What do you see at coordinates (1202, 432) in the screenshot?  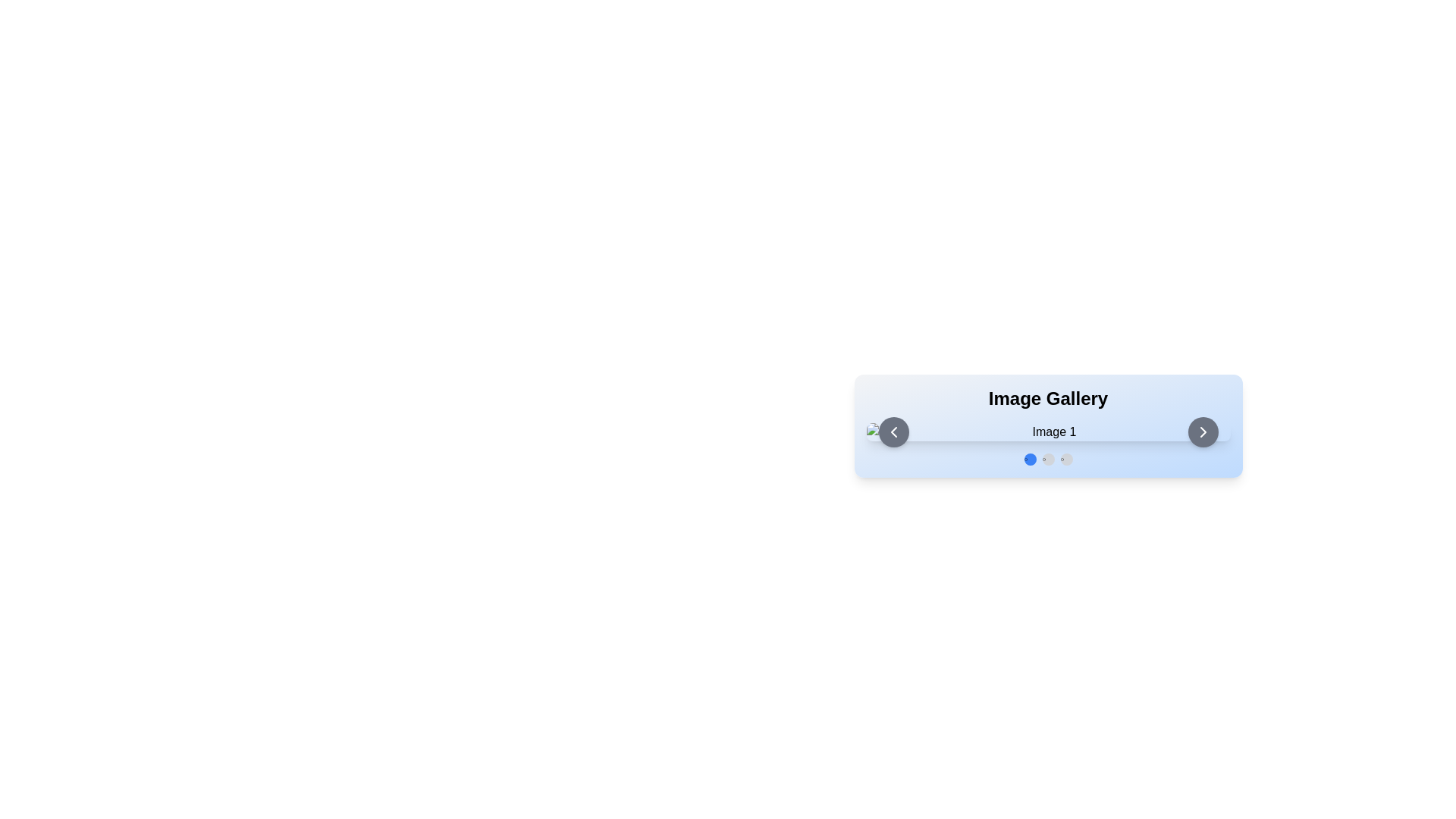 I see `the circular button with a dark gray background and a white rightward arrow icon` at bounding box center [1202, 432].